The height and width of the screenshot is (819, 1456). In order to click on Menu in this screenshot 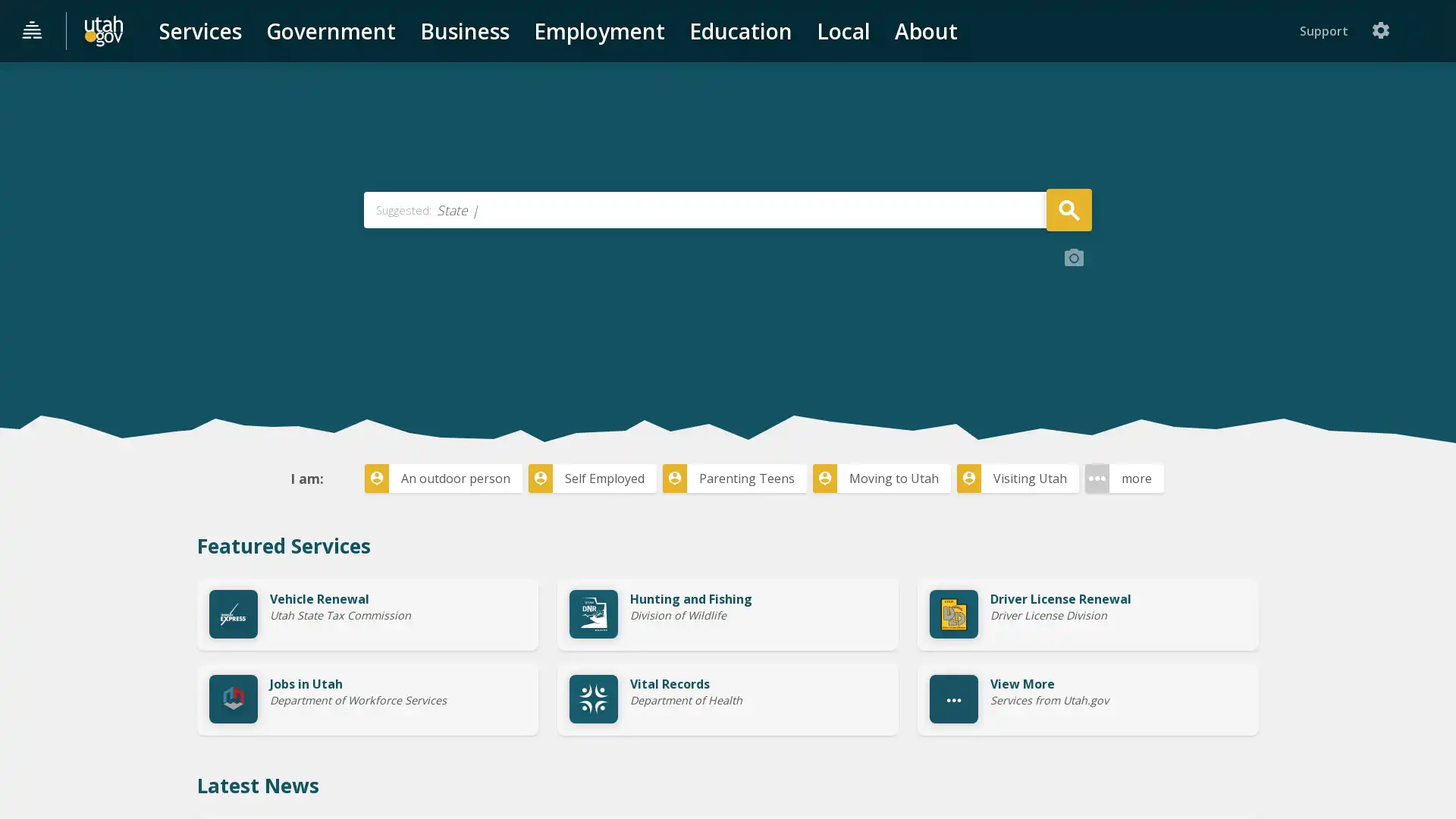, I will do `click(33, 31)`.